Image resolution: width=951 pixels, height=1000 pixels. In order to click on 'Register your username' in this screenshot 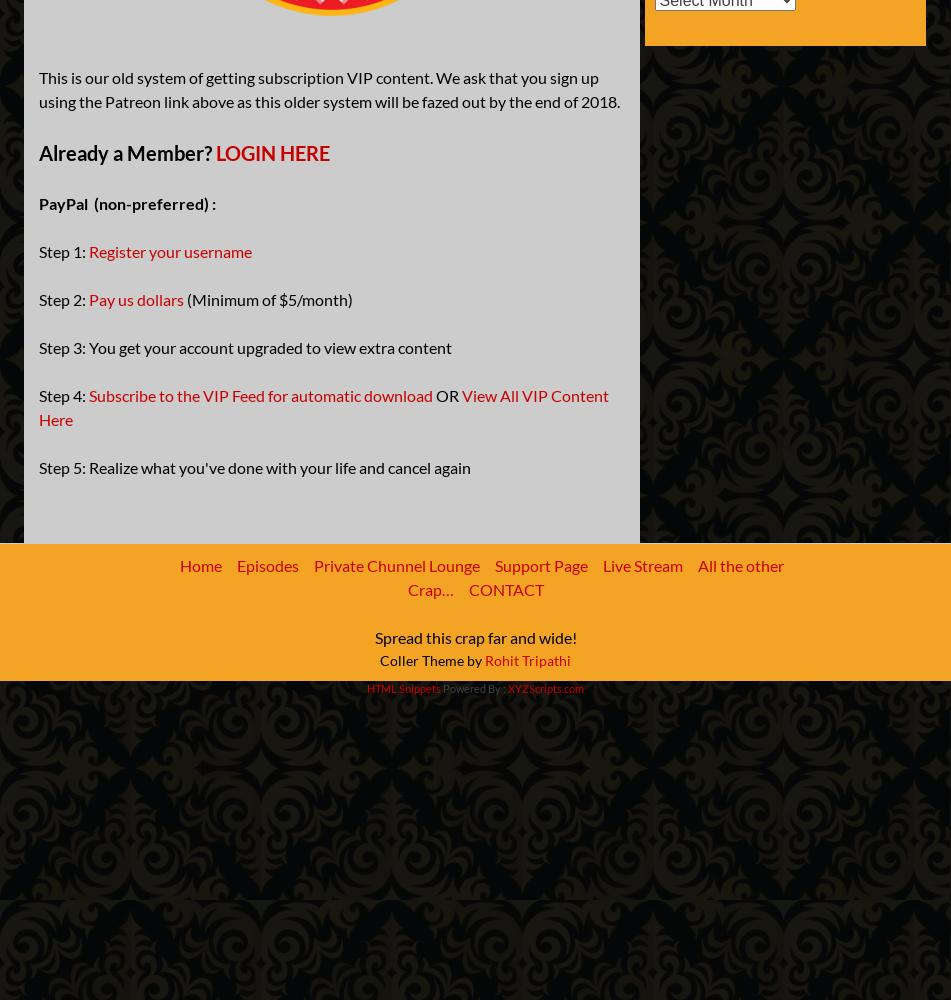, I will do `click(169, 251)`.